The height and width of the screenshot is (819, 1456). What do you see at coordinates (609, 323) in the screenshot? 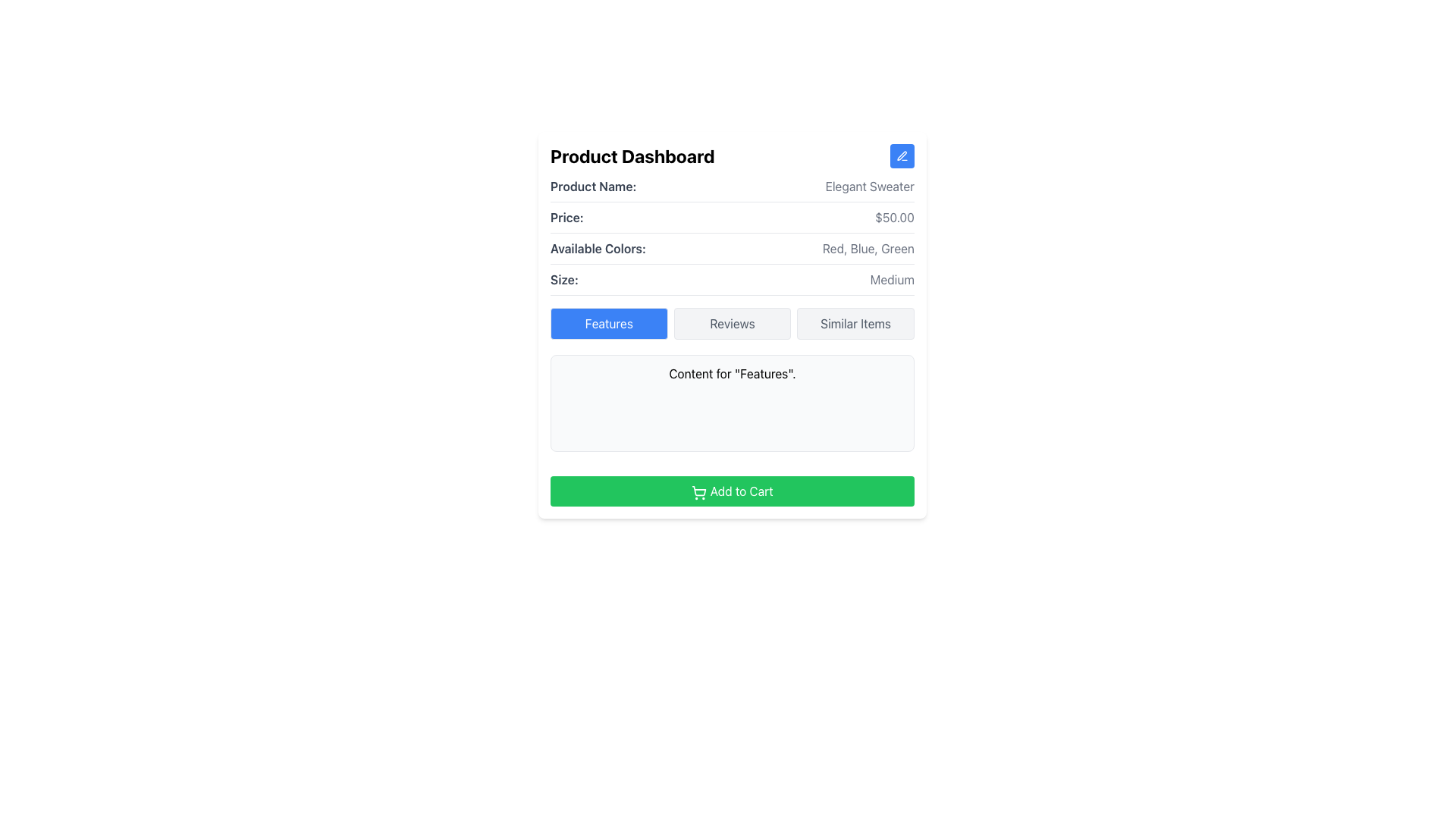
I see `the first button in the grid layout` at bounding box center [609, 323].